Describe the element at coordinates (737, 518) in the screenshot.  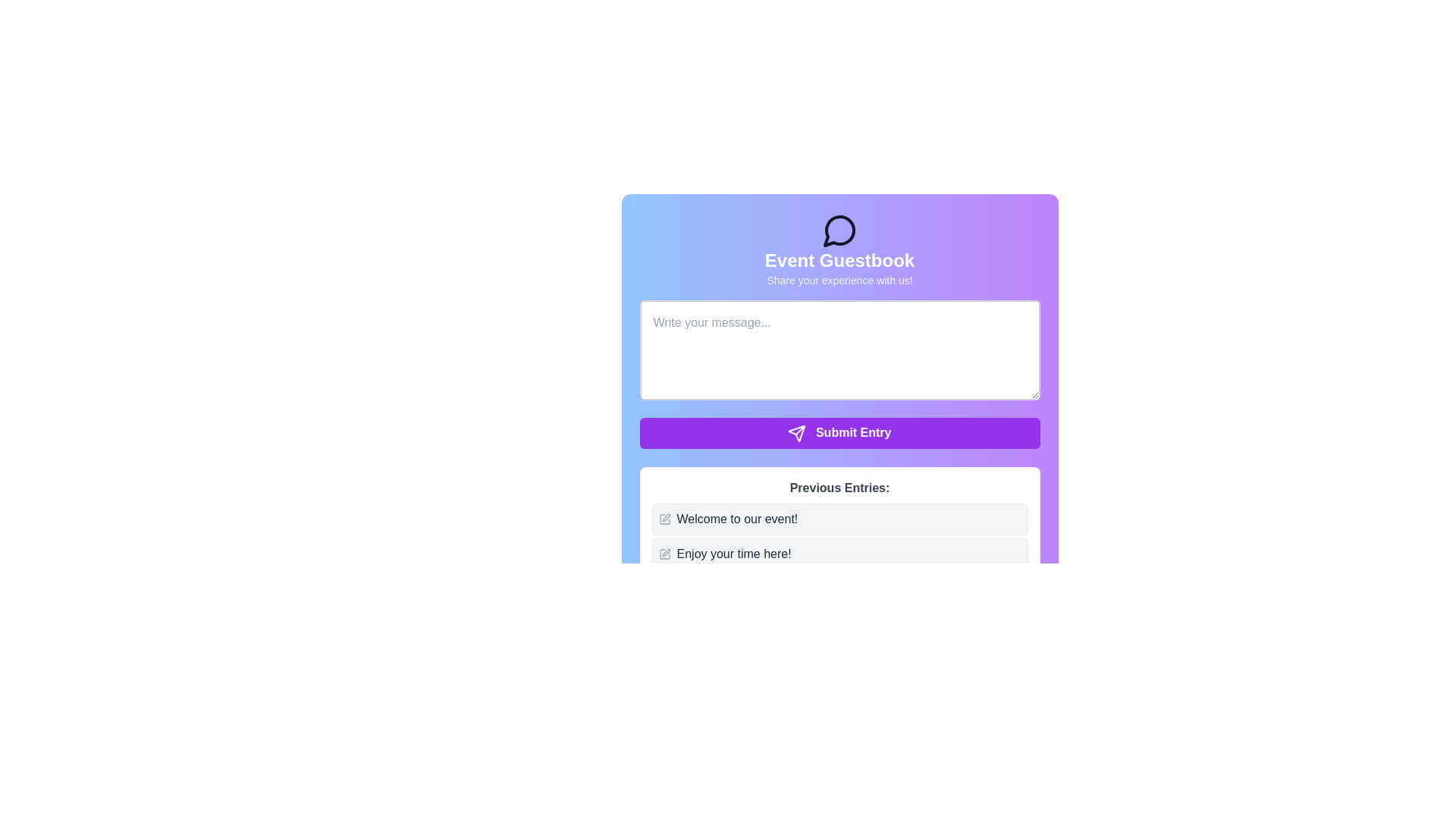
I see `the text label reading 'Welcome to our event!' which is part of the 'Previous Entries' section, positioned below the 'Submit Entry' button` at that location.